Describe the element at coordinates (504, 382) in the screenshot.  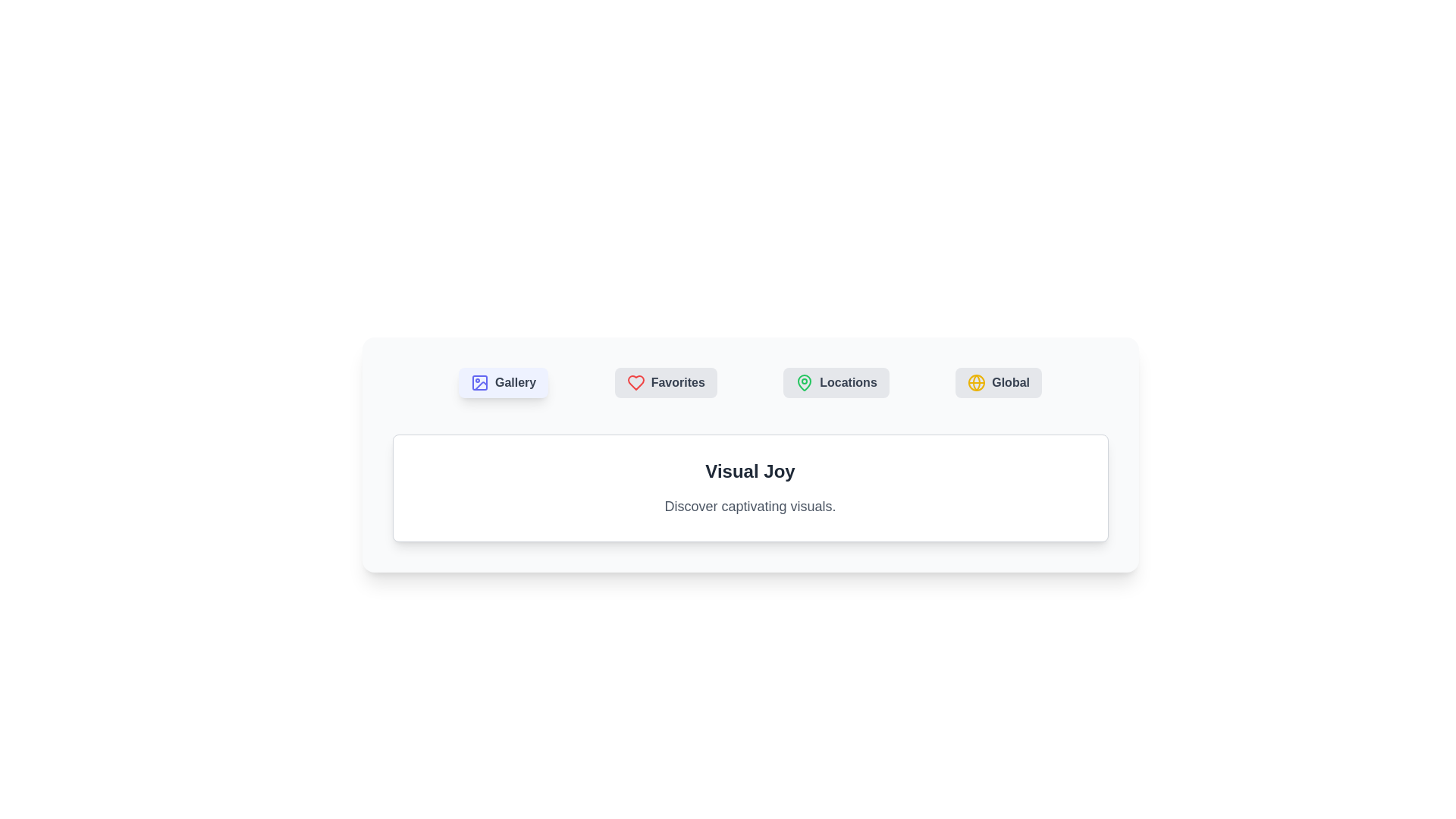
I see `the tab labeled Gallery to observe its hover effect` at that location.